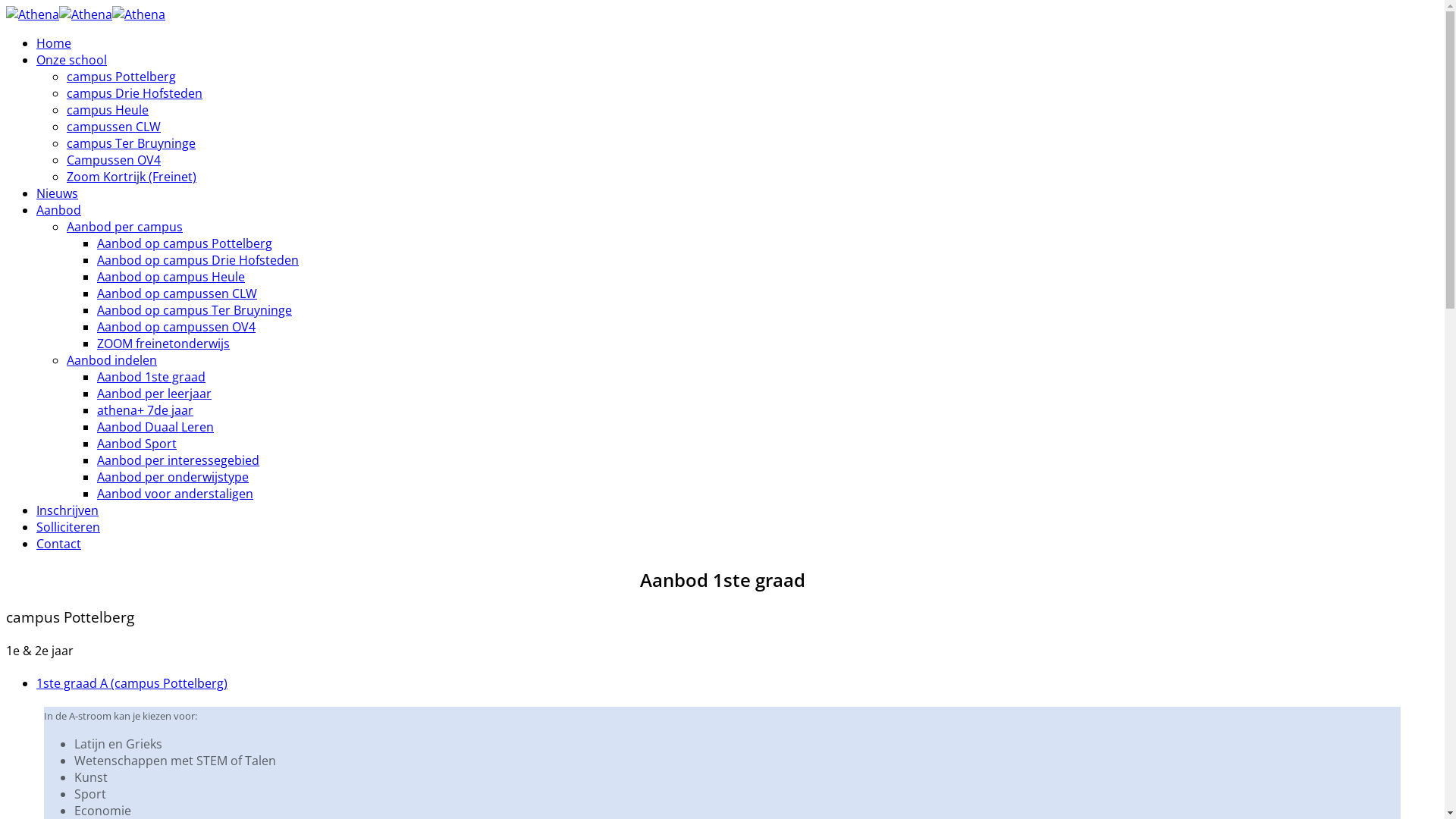 This screenshot has width=1456, height=819. What do you see at coordinates (131, 683) in the screenshot?
I see `'1ste graad A (campus Pottelberg)'` at bounding box center [131, 683].